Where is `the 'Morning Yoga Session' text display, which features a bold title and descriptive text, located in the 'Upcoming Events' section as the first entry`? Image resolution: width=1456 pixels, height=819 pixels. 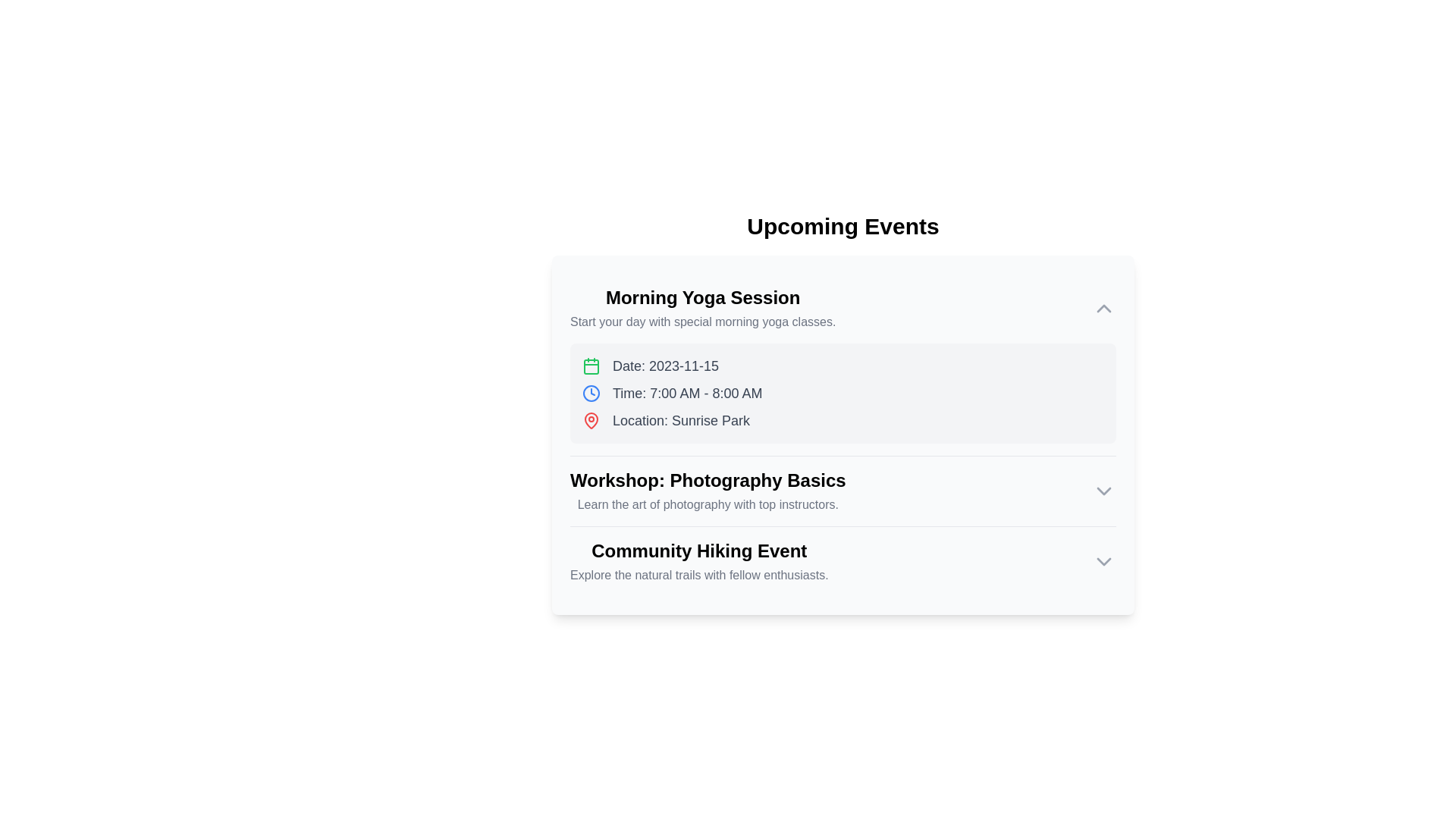
the 'Morning Yoga Session' text display, which features a bold title and descriptive text, located in the 'Upcoming Events' section as the first entry is located at coordinates (702, 308).